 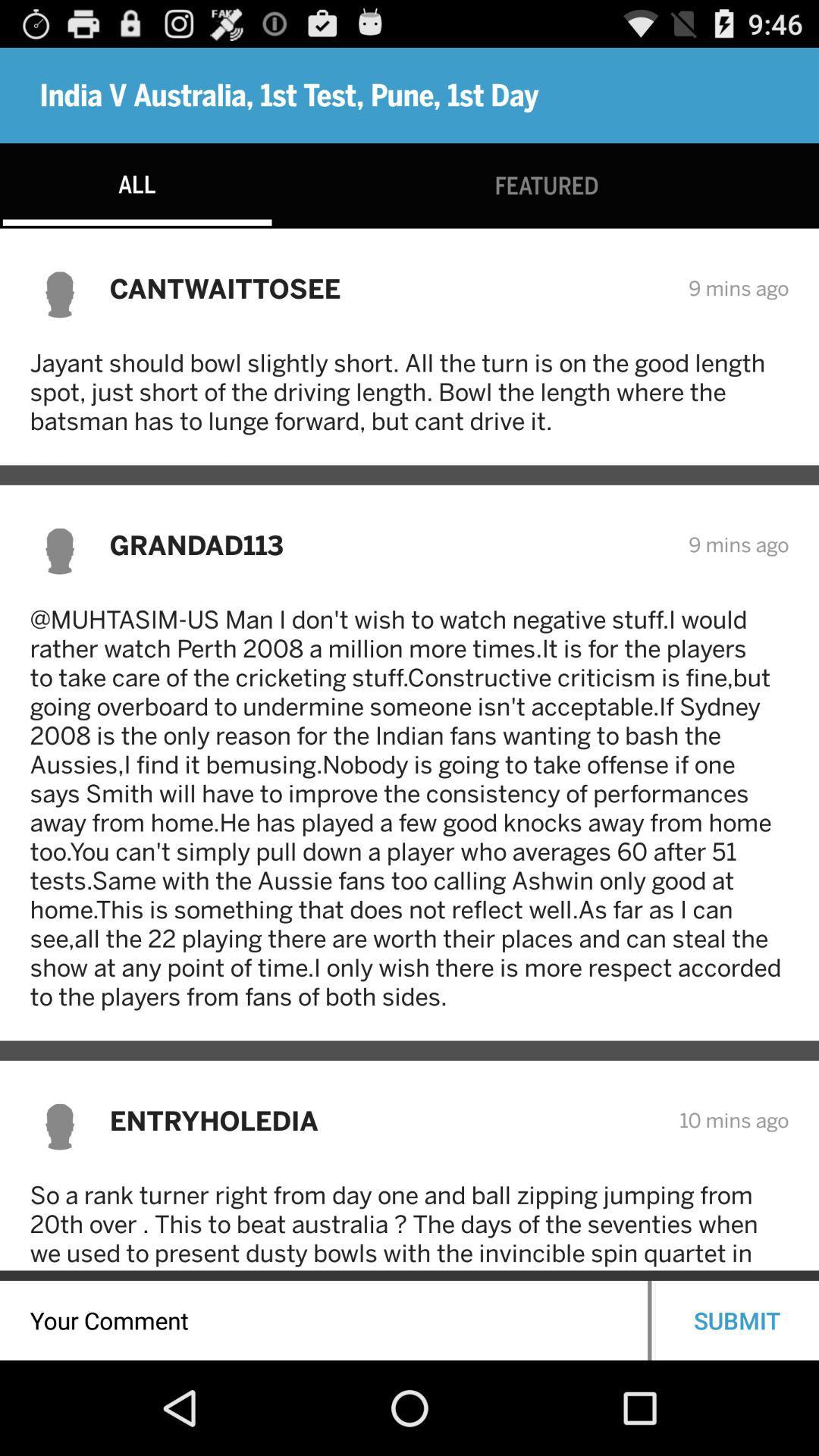 I want to click on submit icon, so click(x=736, y=1319).